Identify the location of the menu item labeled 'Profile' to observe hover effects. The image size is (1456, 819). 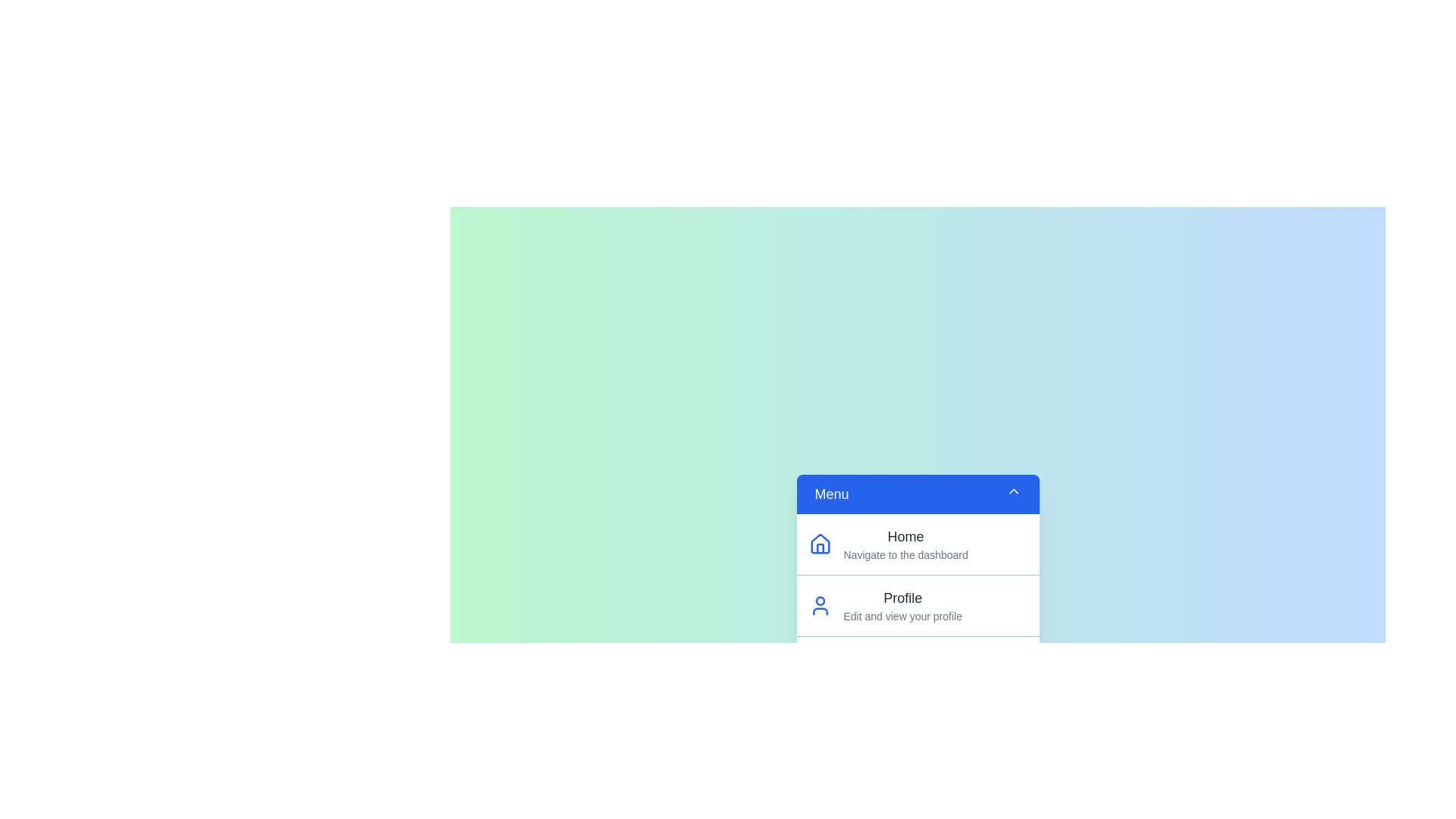
(917, 604).